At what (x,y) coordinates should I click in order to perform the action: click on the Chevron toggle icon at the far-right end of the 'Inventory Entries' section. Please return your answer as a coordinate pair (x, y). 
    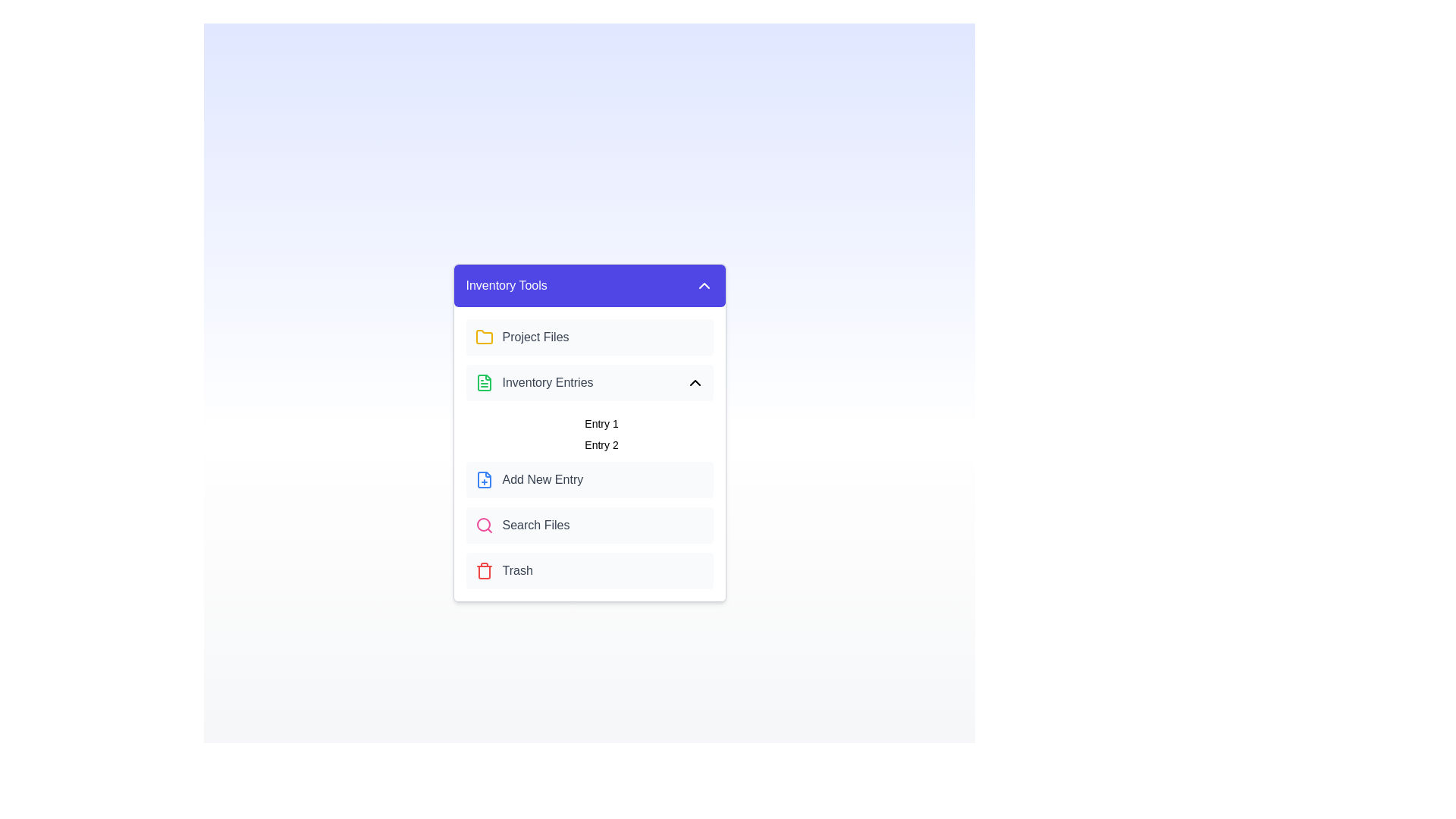
    Looking at the image, I should click on (694, 382).